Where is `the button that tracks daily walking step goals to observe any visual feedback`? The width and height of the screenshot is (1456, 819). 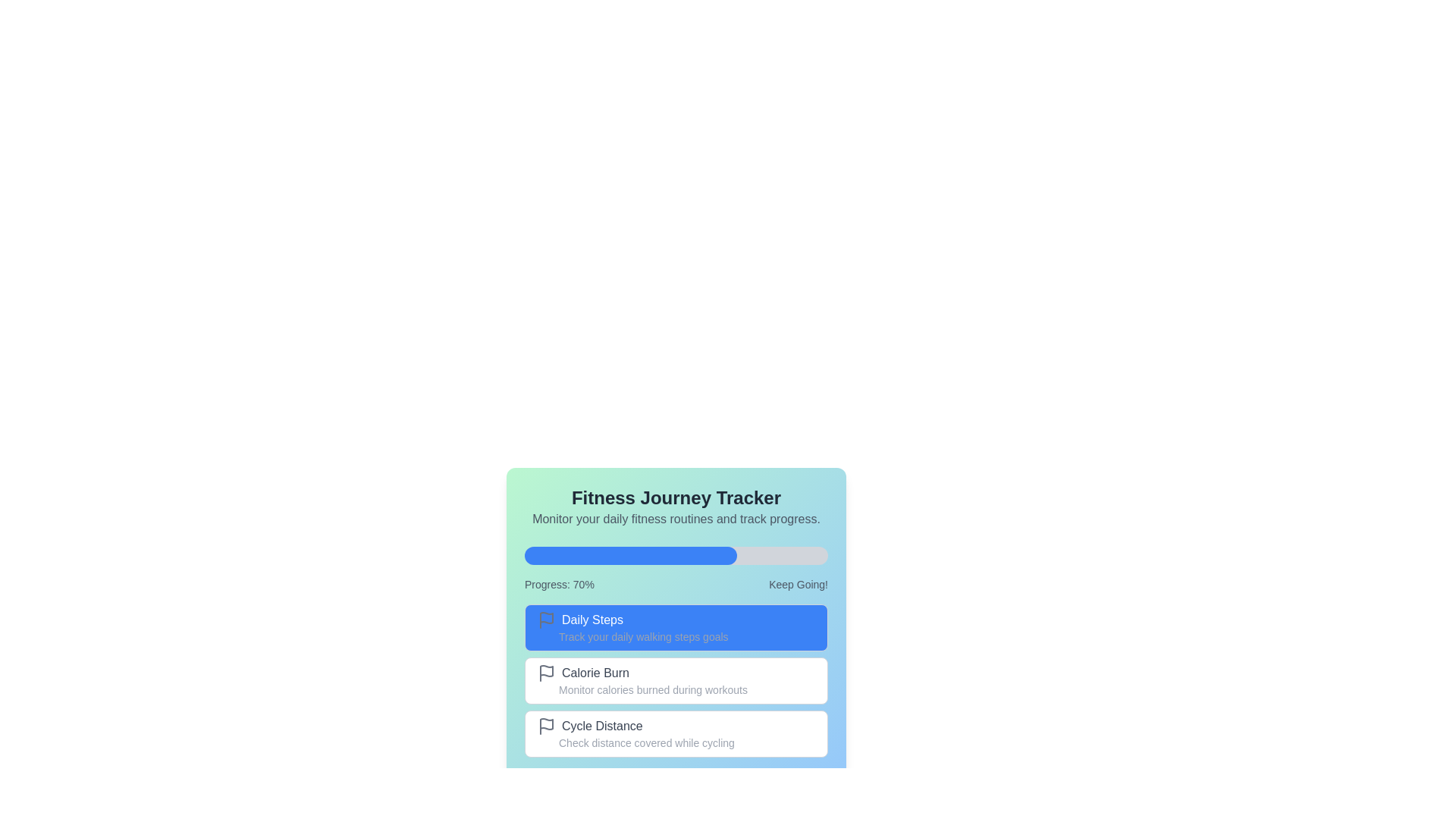
the button that tracks daily walking step goals to observe any visual feedback is located at coordinates (676, 628).